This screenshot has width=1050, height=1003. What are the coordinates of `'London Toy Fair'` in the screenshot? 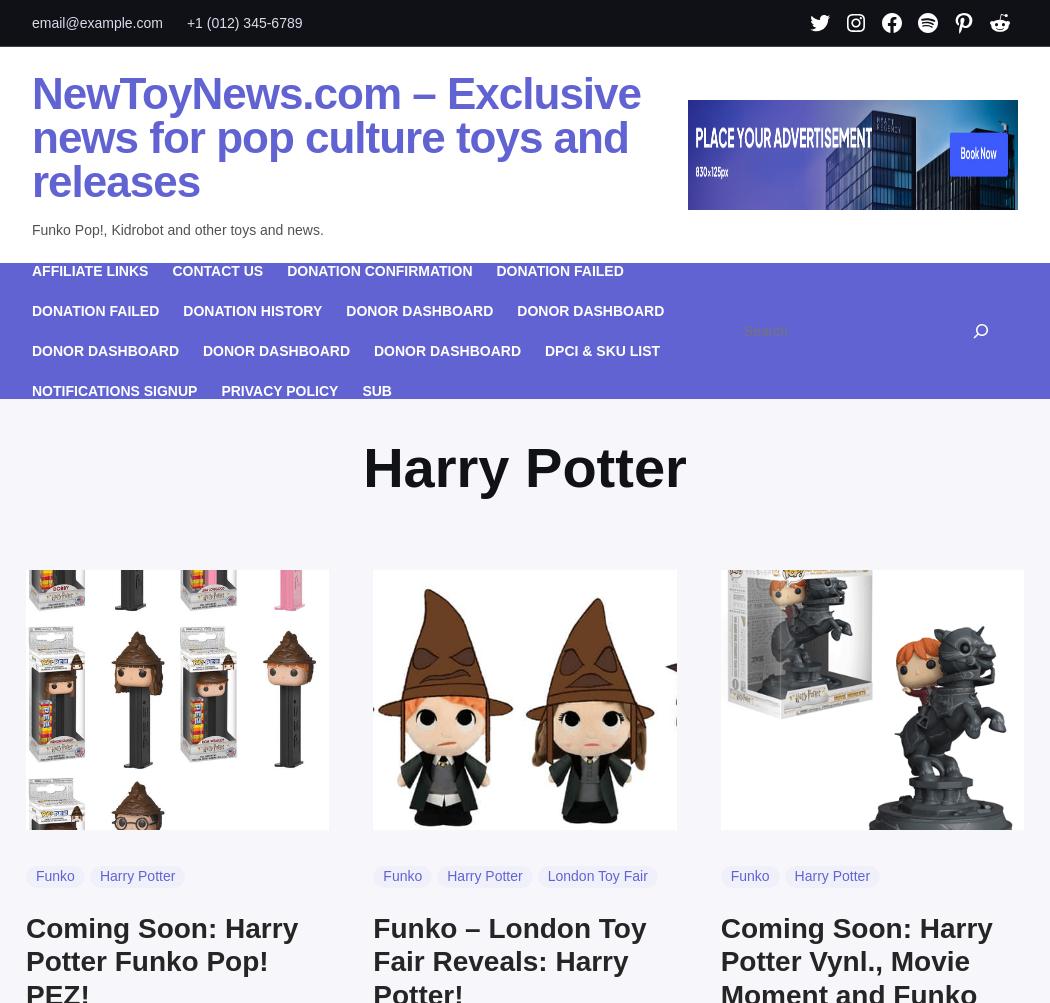 It's located at (596, 875).